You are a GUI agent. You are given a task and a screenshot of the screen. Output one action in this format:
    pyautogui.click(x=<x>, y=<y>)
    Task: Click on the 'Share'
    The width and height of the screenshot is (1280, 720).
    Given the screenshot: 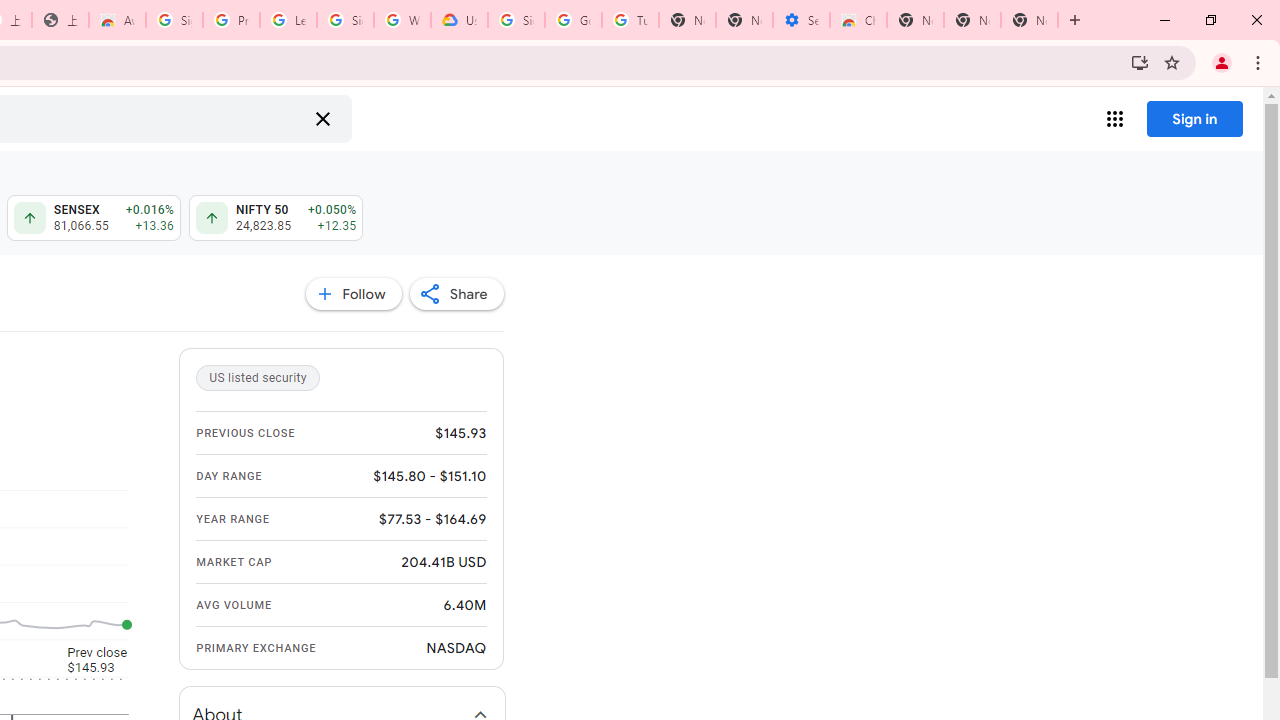 What is the action you would take?
    pyautogui.click(x=455, y=294)
    